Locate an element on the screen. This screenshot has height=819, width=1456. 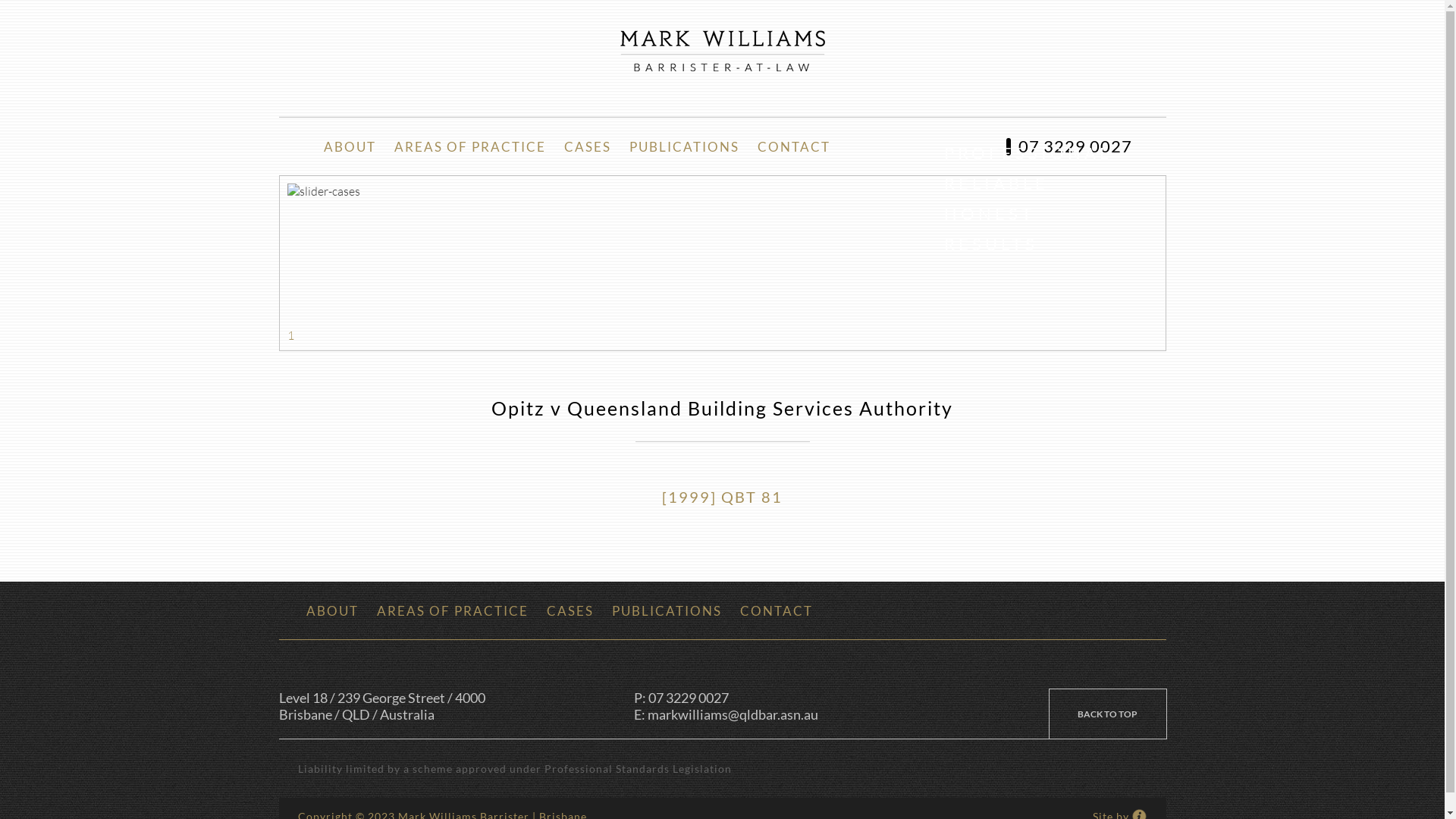
'BACK TO TOP' is located at coordinates (1107, 714).